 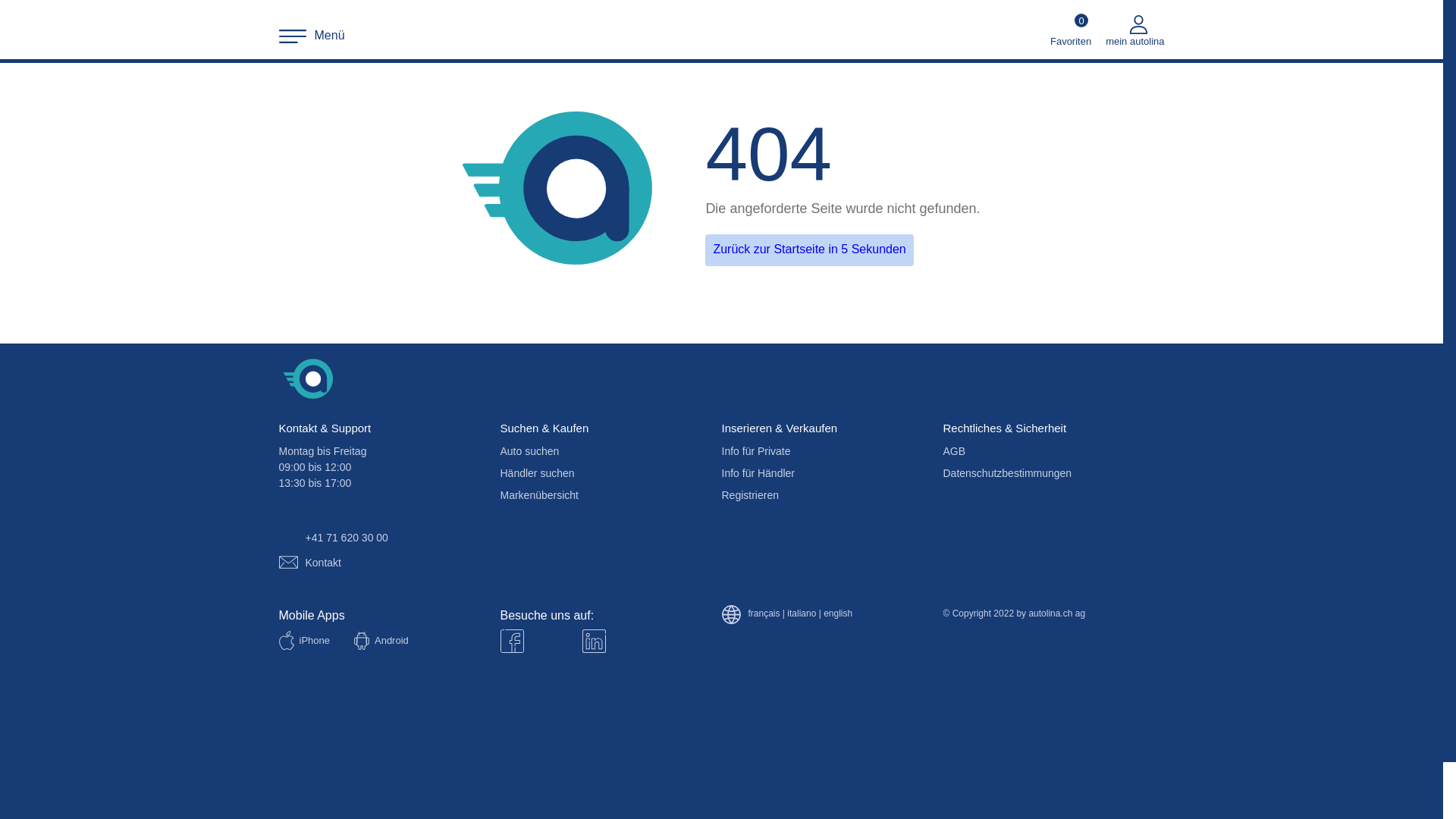 I want to click on 'AGB', so click(x=938, y=450).